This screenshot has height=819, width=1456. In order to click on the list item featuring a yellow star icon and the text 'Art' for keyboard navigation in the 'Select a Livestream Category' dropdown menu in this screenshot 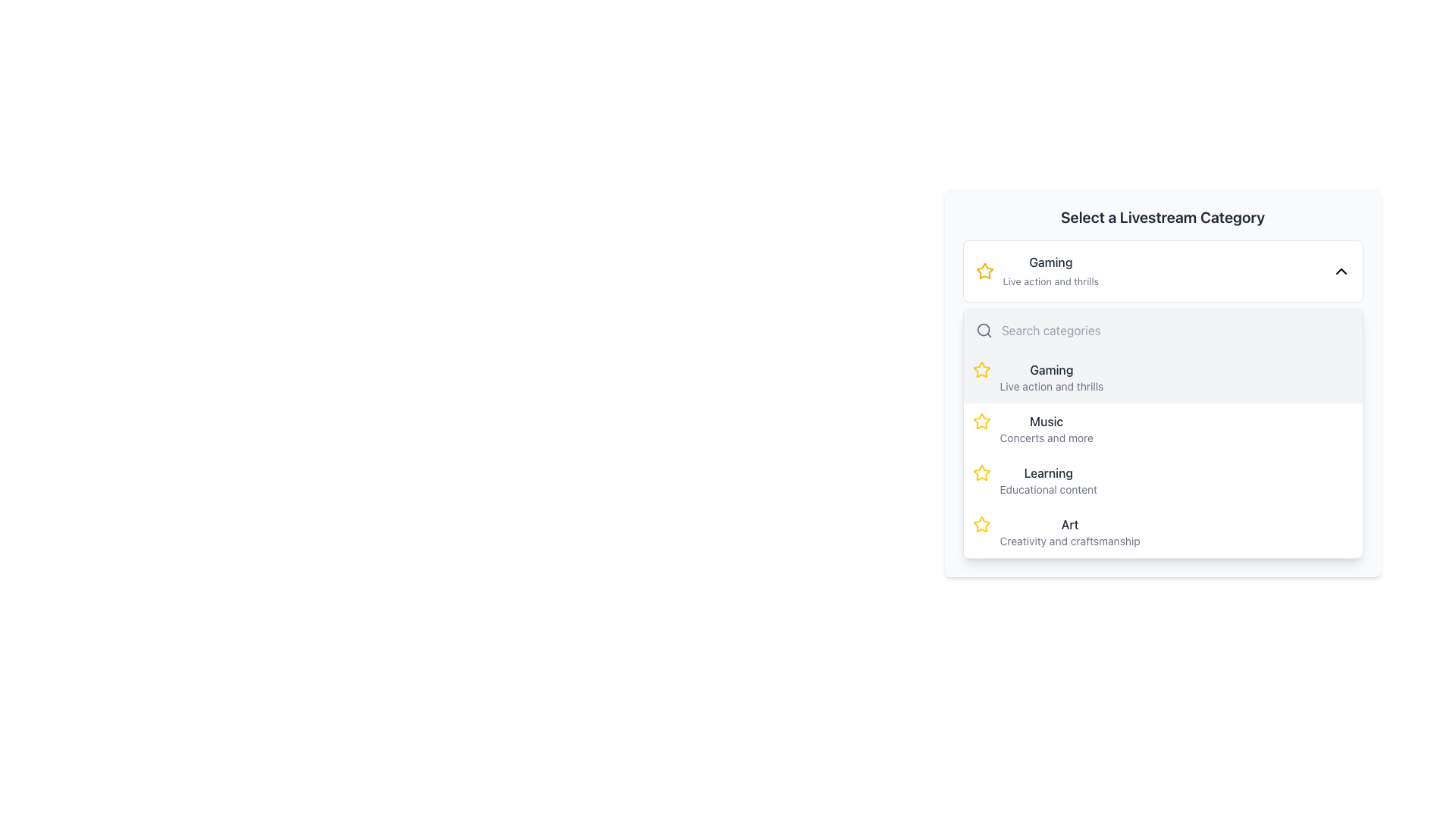, I will do `click(1162, 532)`.